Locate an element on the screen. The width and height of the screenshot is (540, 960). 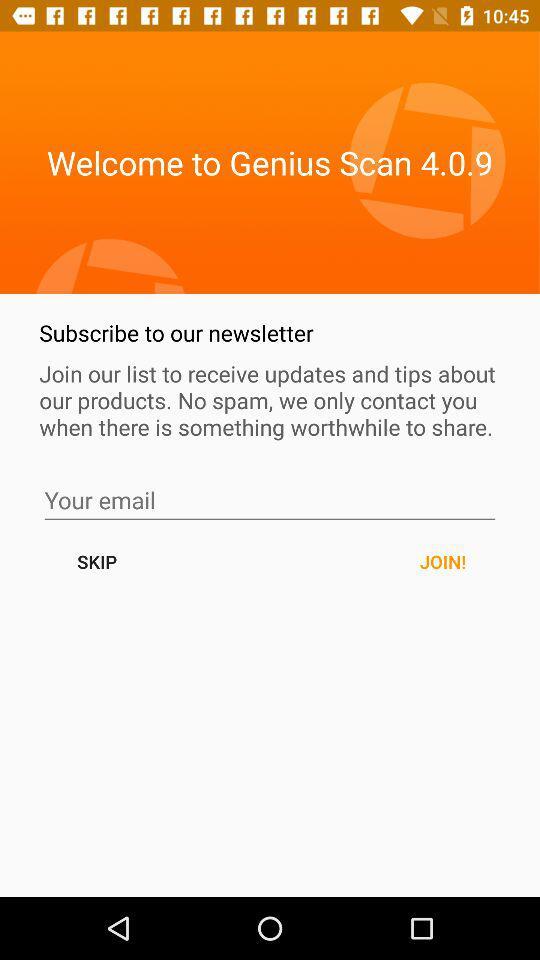
the button on the right is located at coordinates (442, 561).